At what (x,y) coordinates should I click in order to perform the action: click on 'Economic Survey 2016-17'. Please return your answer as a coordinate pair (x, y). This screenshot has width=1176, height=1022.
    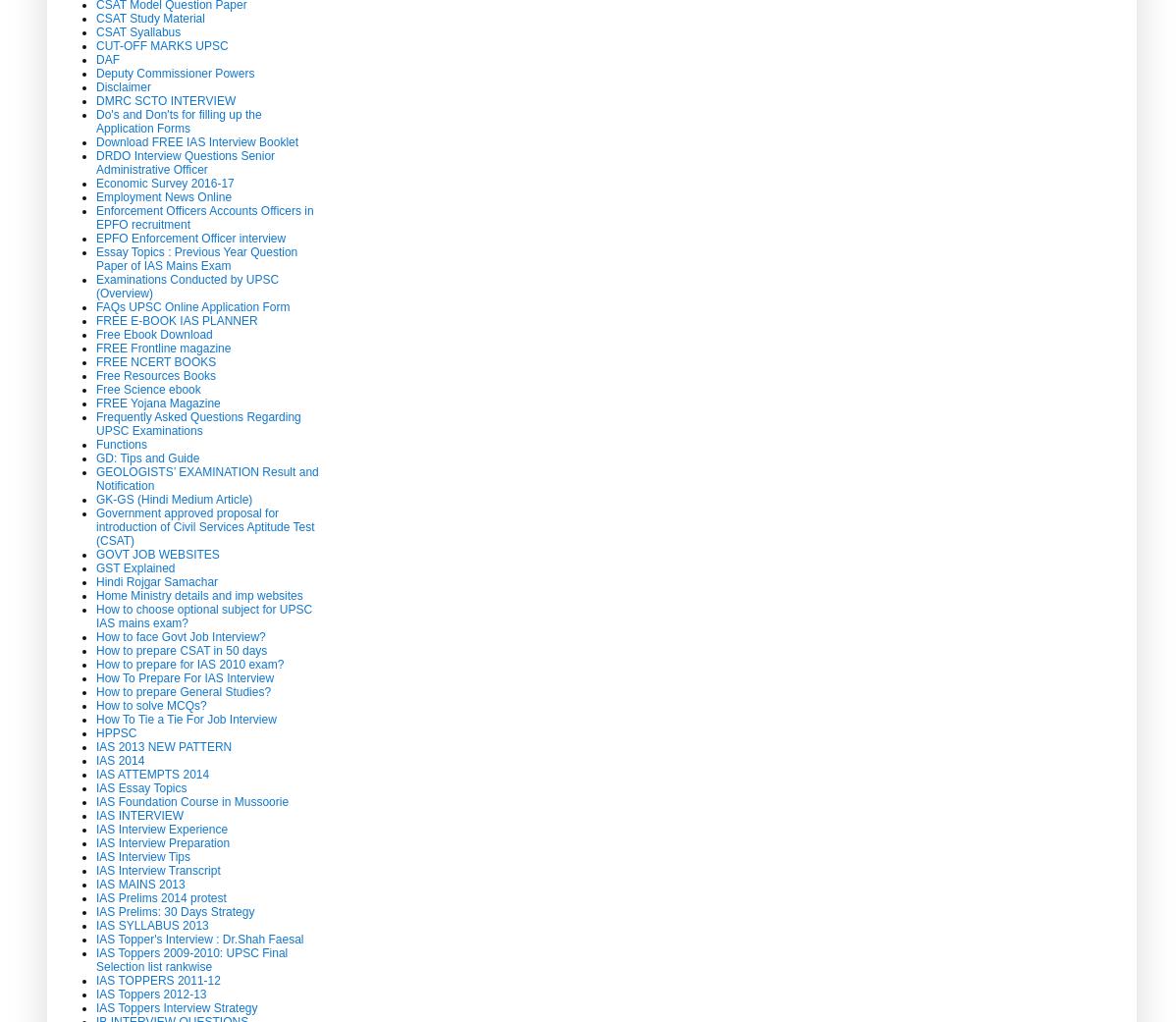
    Looking at the image, I should click on (163, 183).